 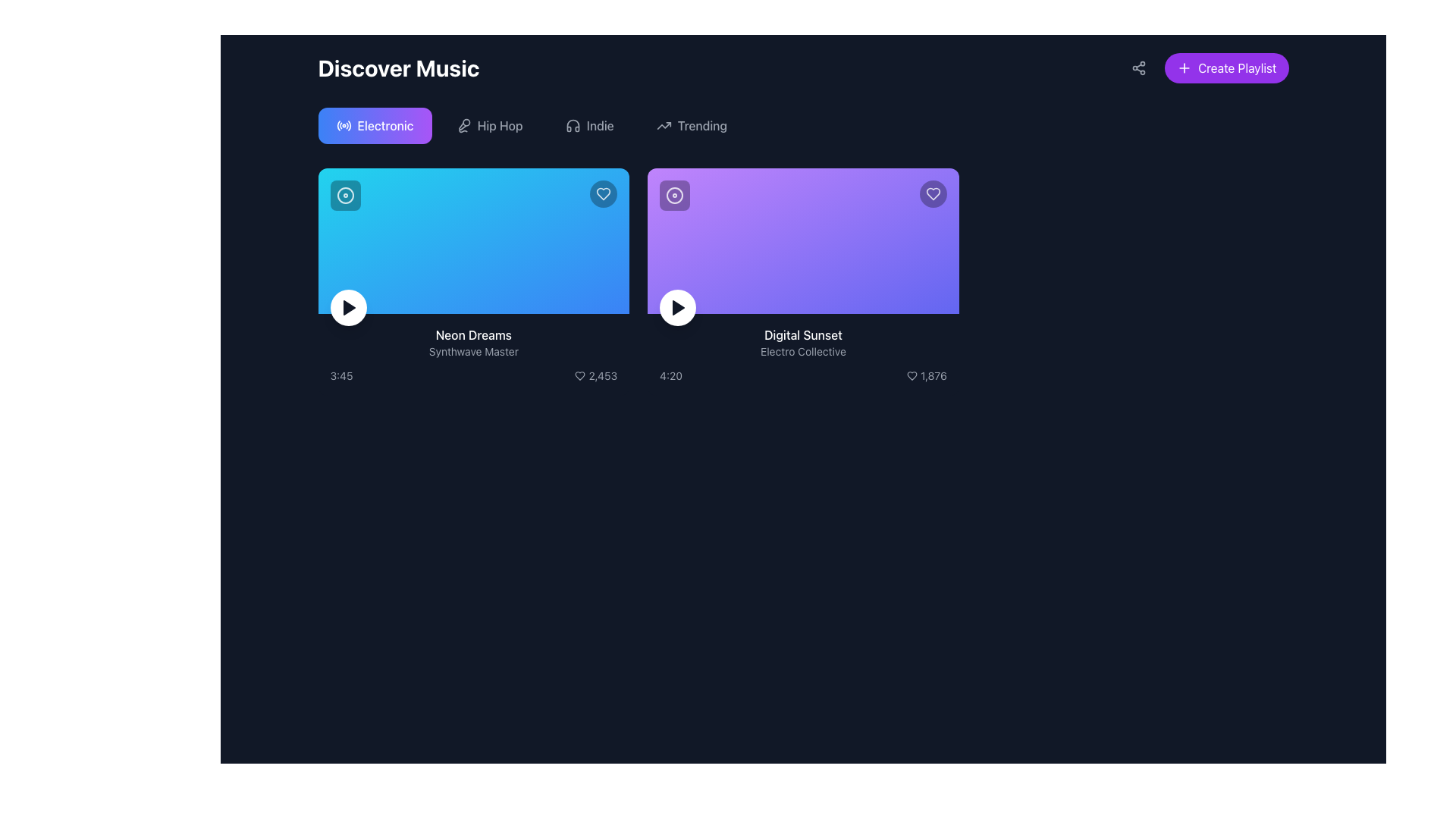 What do you see at coordinates (1226, 67) in the screenshot?
I see `the 'Create Playlist' button, which is a rounded button with a bright purple background and white text, located in the top-right corner of the interface` at bounding box center [1226, 67].